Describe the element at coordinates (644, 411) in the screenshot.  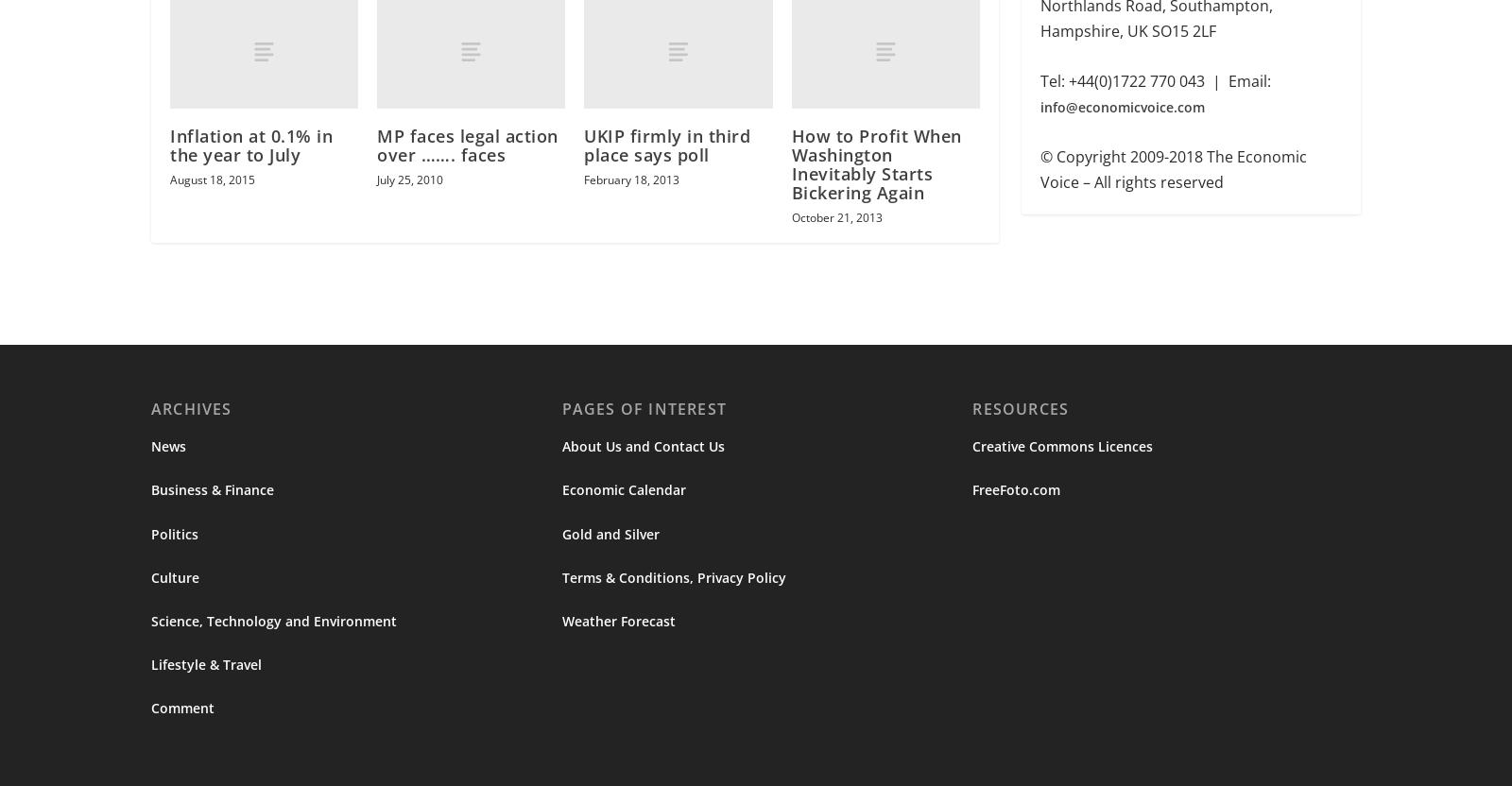
I see `'Pages of Interest'` at that location.